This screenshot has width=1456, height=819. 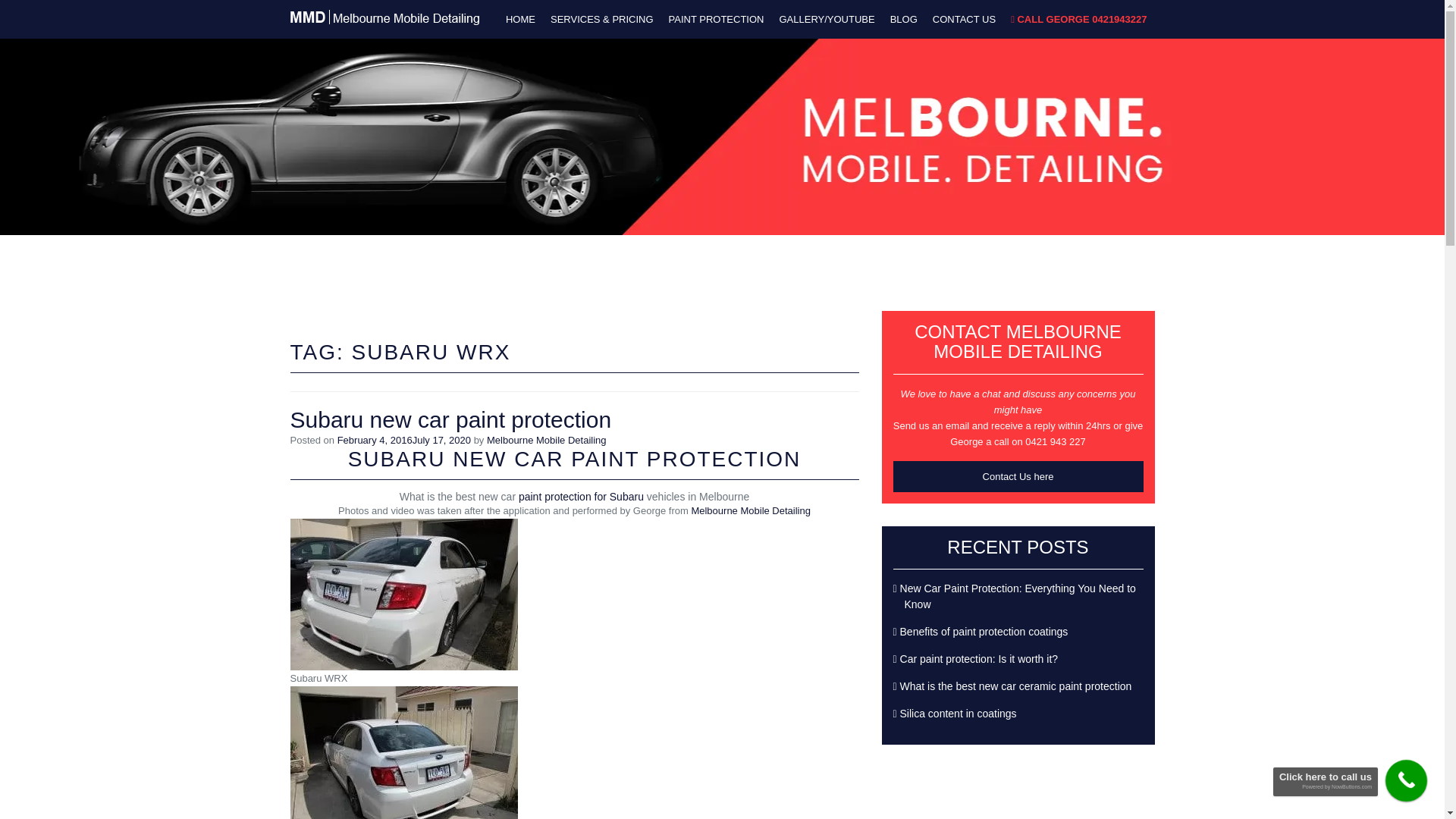 What do you see at coordinates (957, 714) in the screenshot?
I see `'Silica content in coatings'` at bounding box center [957, 714].